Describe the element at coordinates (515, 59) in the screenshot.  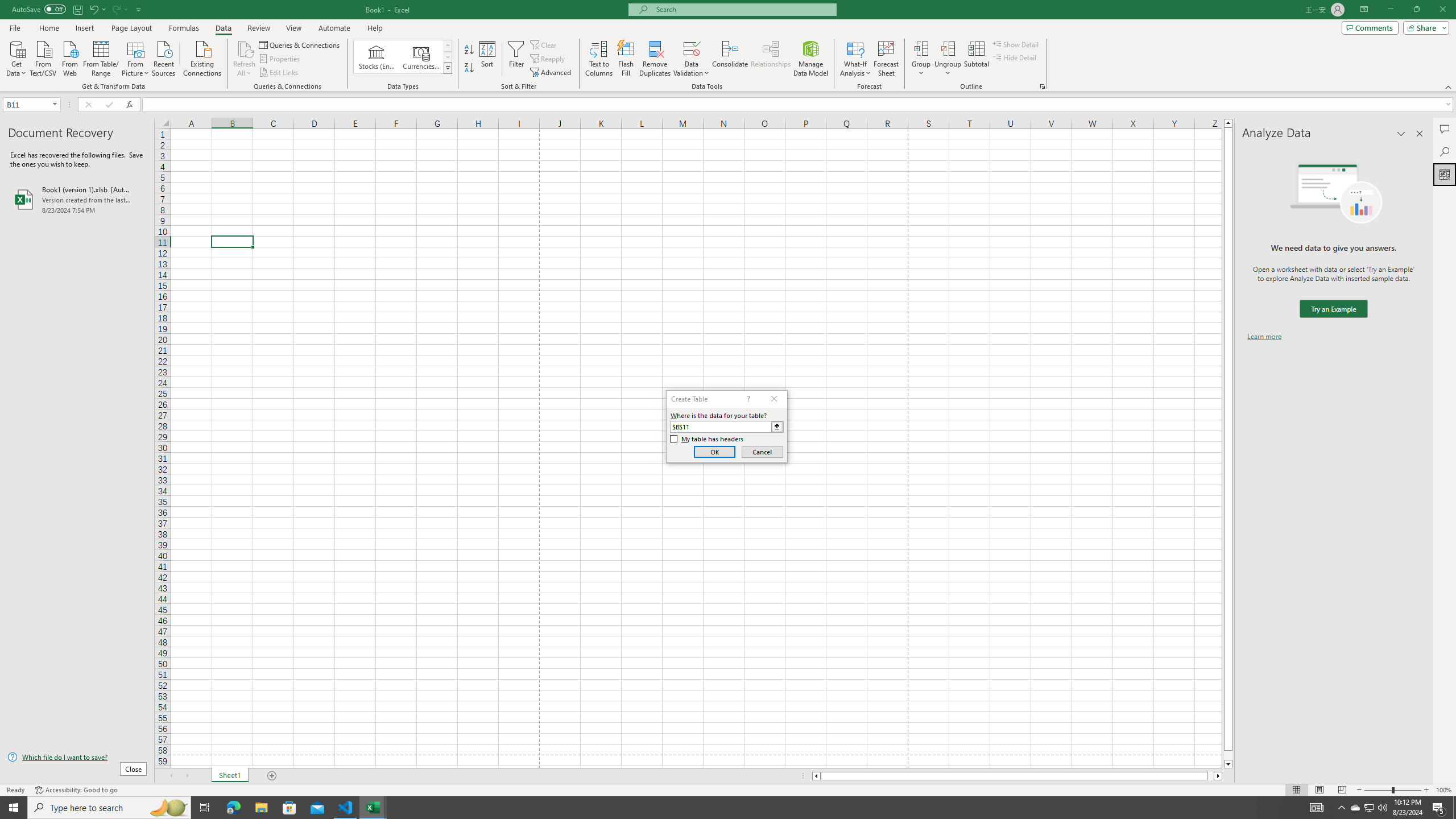
I see `'Filter'` at that location.